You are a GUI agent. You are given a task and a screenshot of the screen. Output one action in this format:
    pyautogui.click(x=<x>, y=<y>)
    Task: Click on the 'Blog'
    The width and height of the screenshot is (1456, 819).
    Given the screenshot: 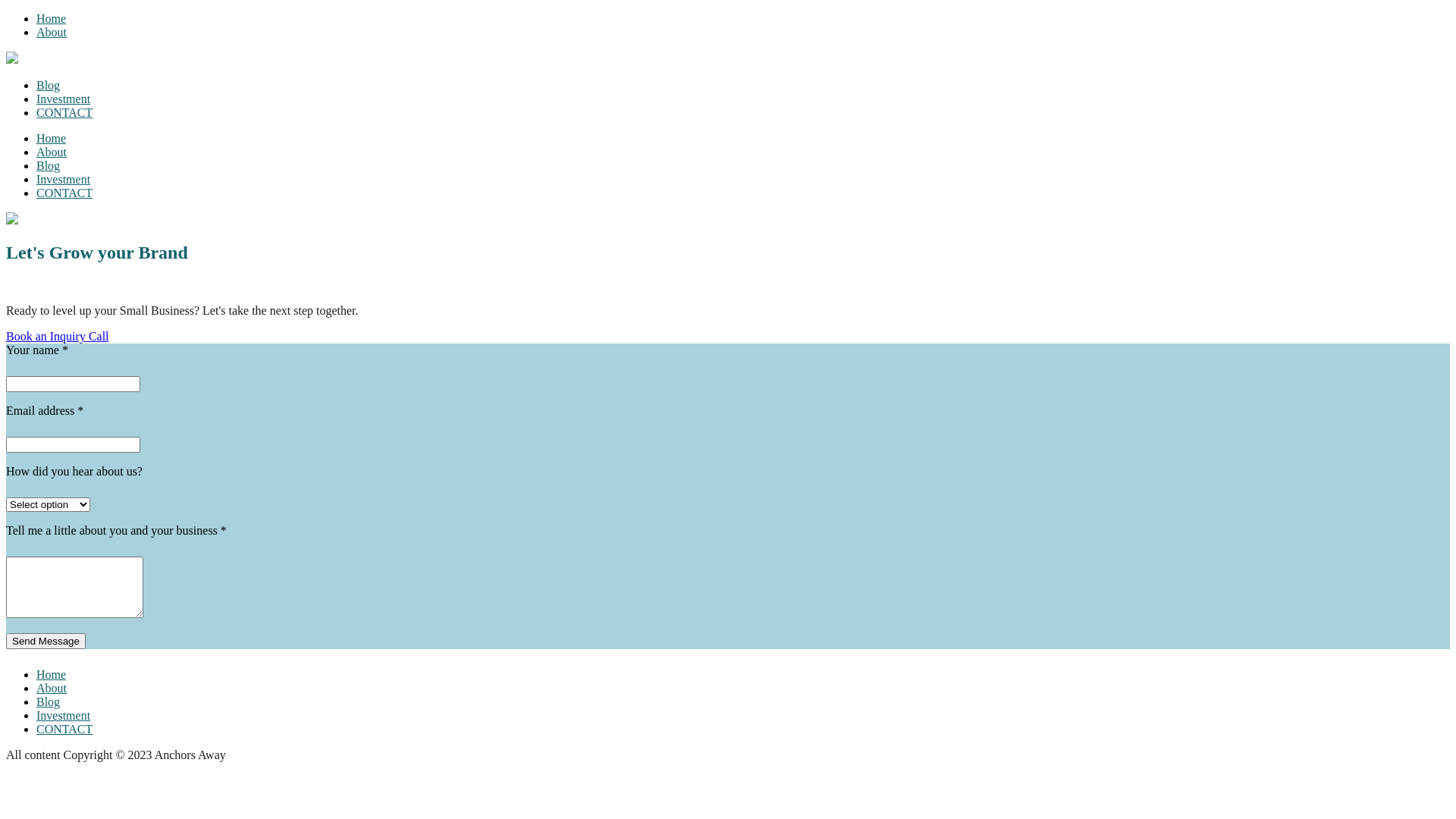 What is the action you would take?
    pyautogui.click(x=48, y=701)
    